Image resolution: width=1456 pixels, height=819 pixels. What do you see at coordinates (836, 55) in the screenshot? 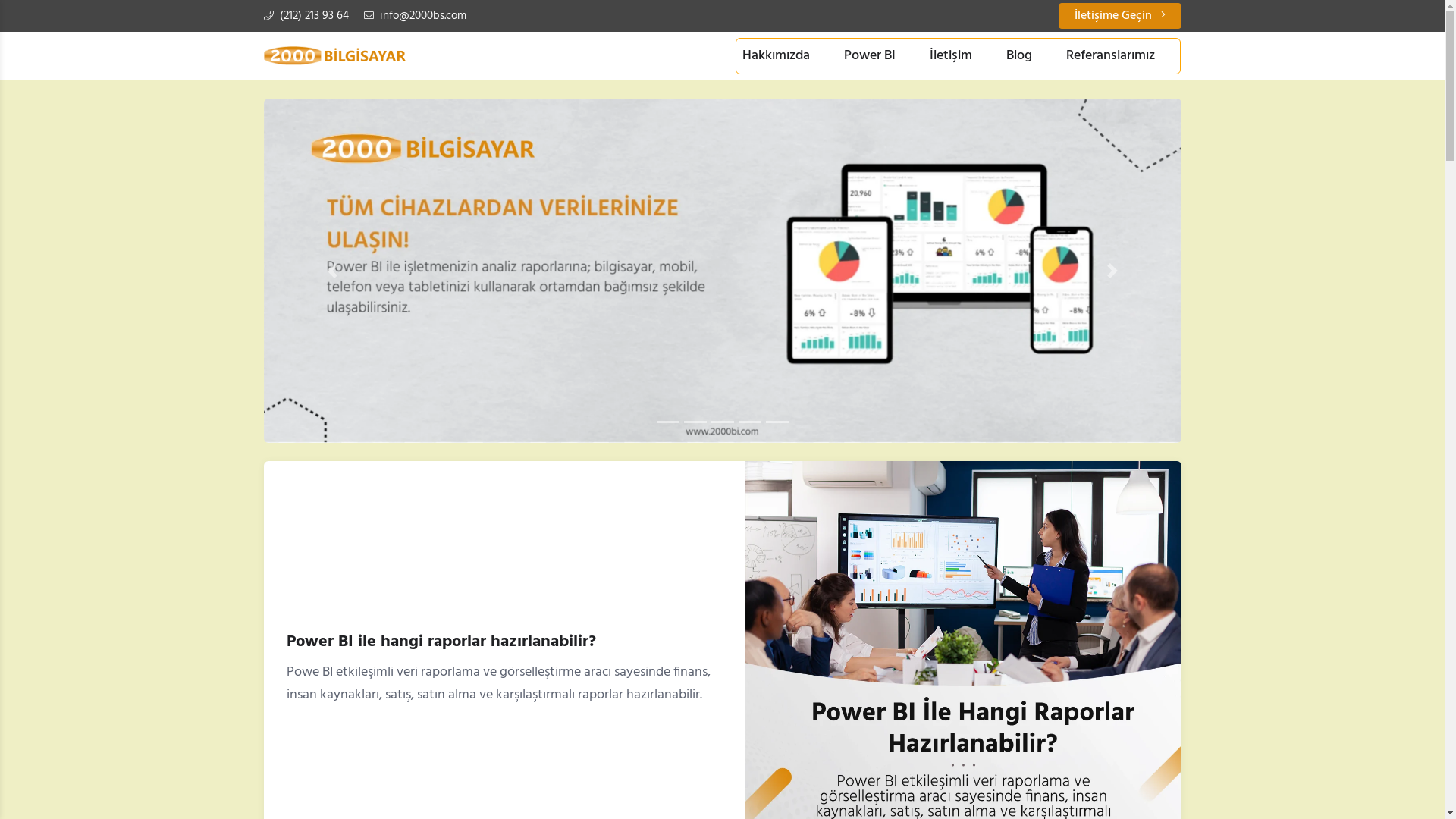
I see `'Power BI'` at bounding box center [836, 55].